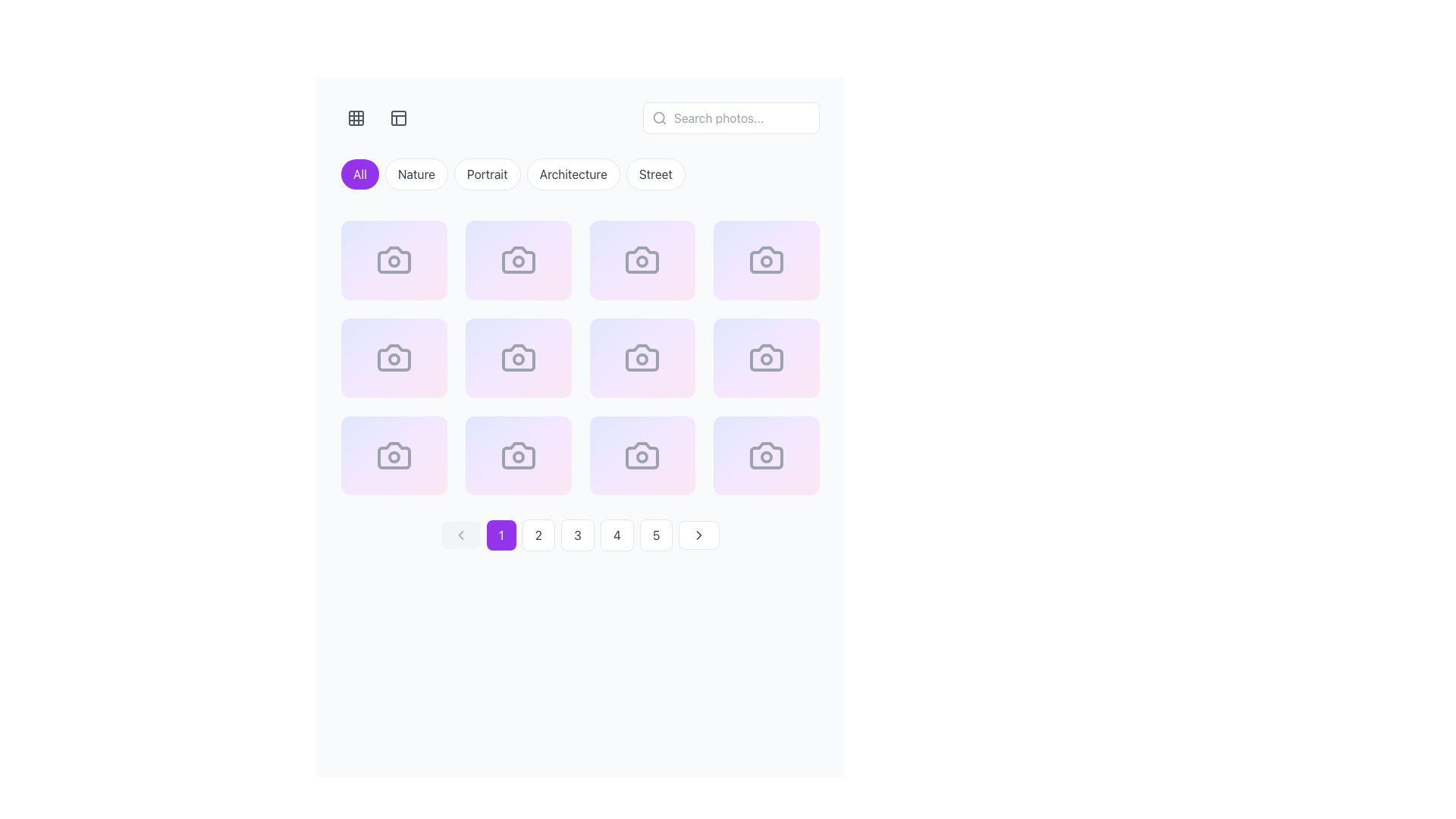  What do you see at coordinates (642, 372) in the screenshot?
I see `the Icon Group situated at the bottom portion of the image card labeled 'Photograph #7' in the 3x3 grid layout` at bounding box center [642, 372].